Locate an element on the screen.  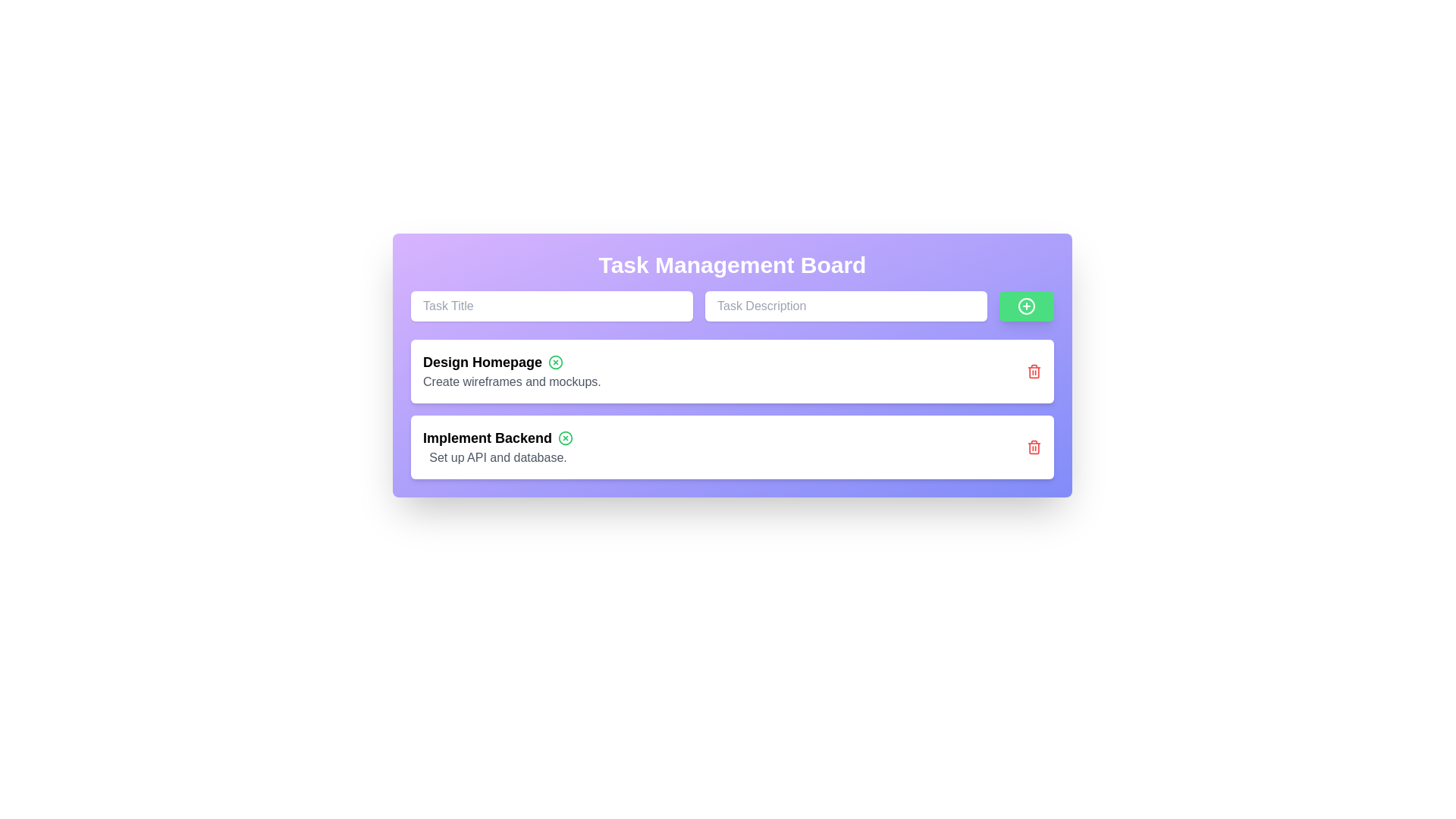
the body of the trash bin icon, which is positioned next to each task entry on the right side is located at coordinates (1033, 447).